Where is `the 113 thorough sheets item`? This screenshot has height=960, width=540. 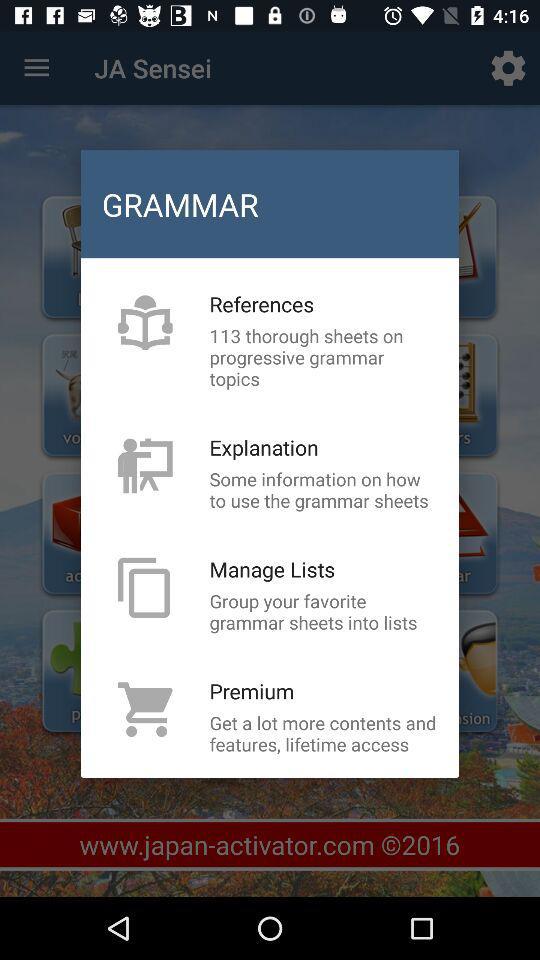 the 113 thorough sheets item is located at coordinates (323, 357).